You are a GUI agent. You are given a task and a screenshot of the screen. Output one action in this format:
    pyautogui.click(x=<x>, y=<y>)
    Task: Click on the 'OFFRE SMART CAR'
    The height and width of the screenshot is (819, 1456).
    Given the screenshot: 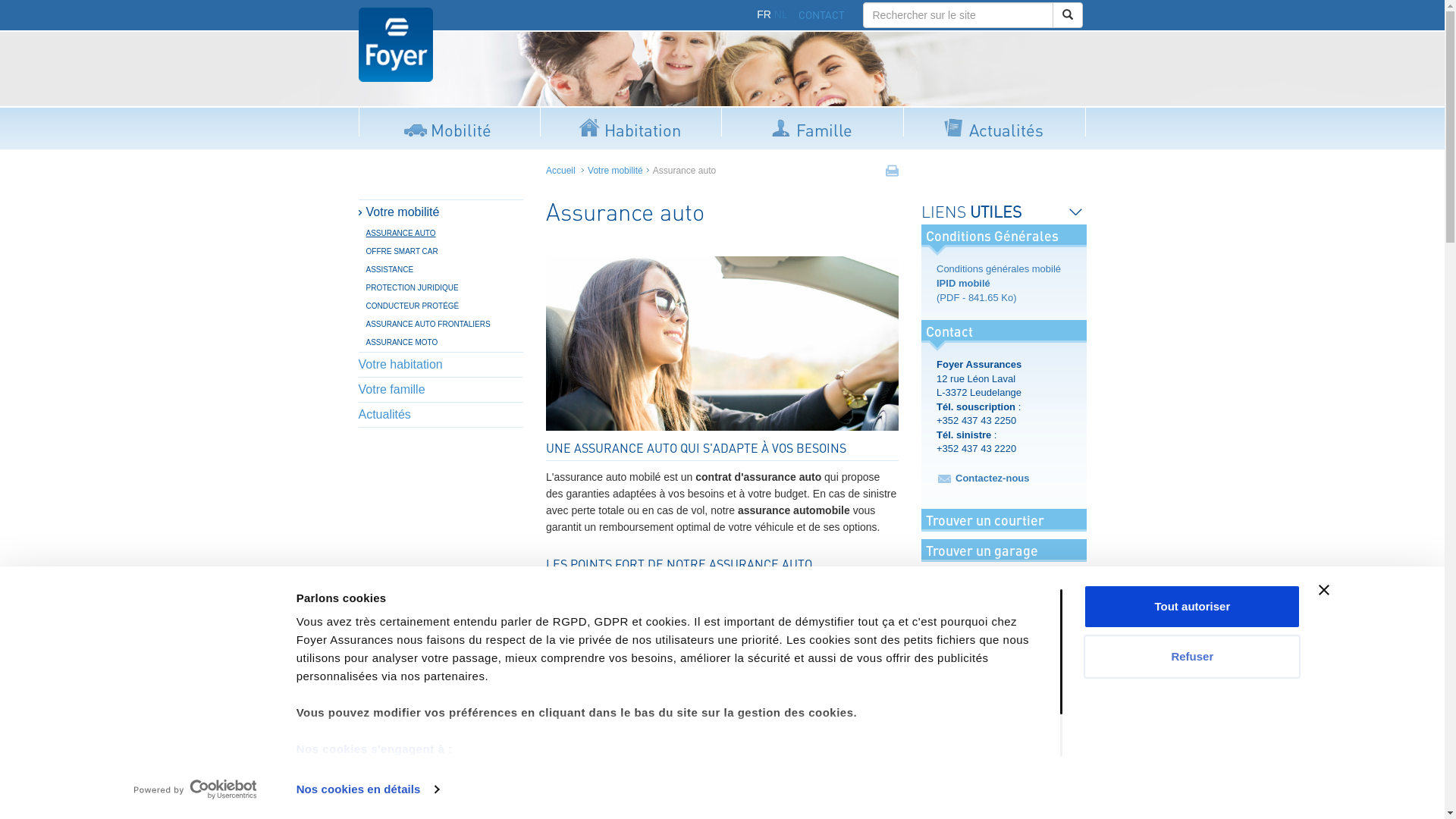 What is the action you would take?
    pyautogui.click(x=443, y=250)
    